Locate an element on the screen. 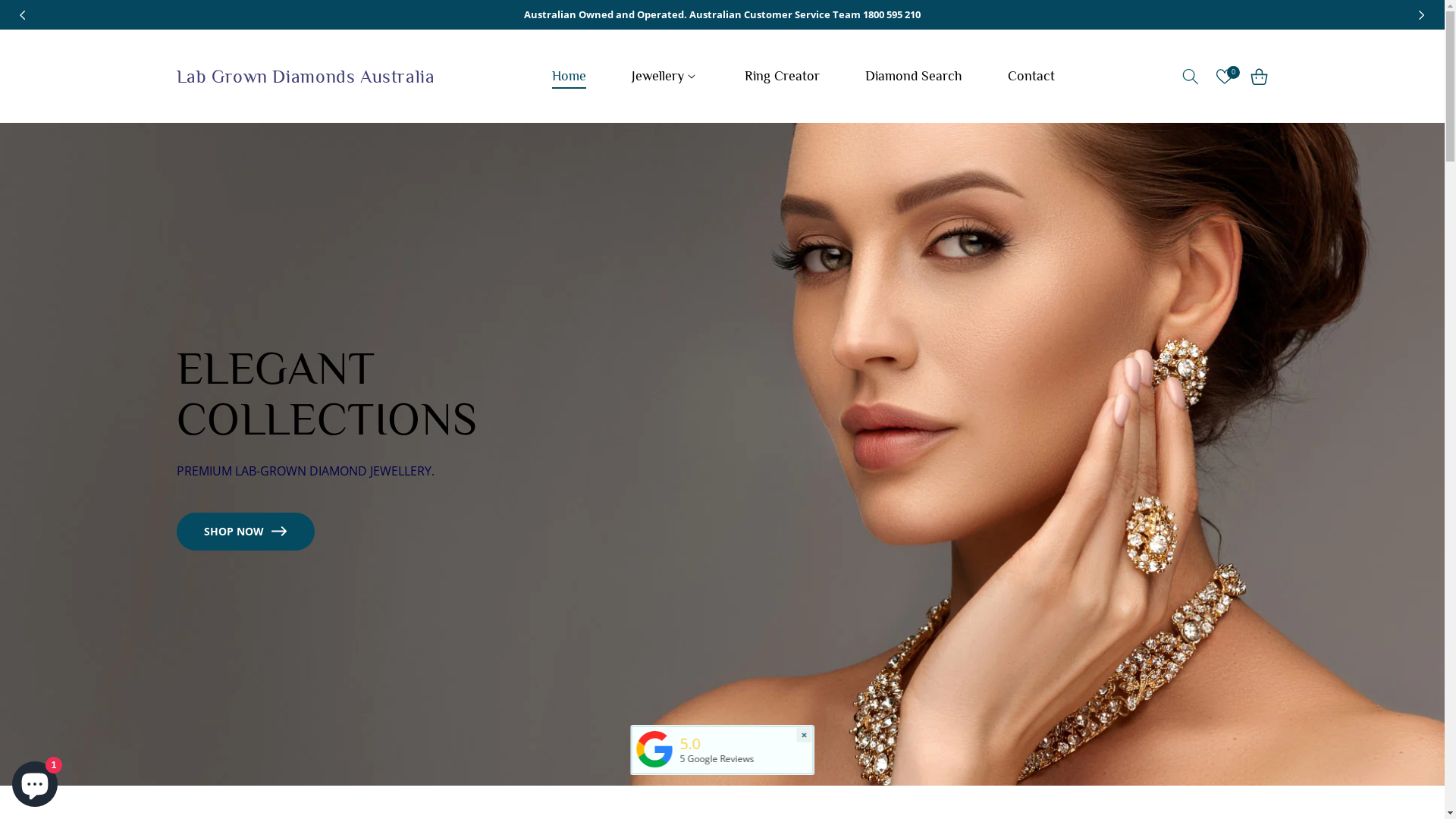 The width and height of the screenshot is (1456, 819). 'Diamond Search' is located at coordinates (912, 76).